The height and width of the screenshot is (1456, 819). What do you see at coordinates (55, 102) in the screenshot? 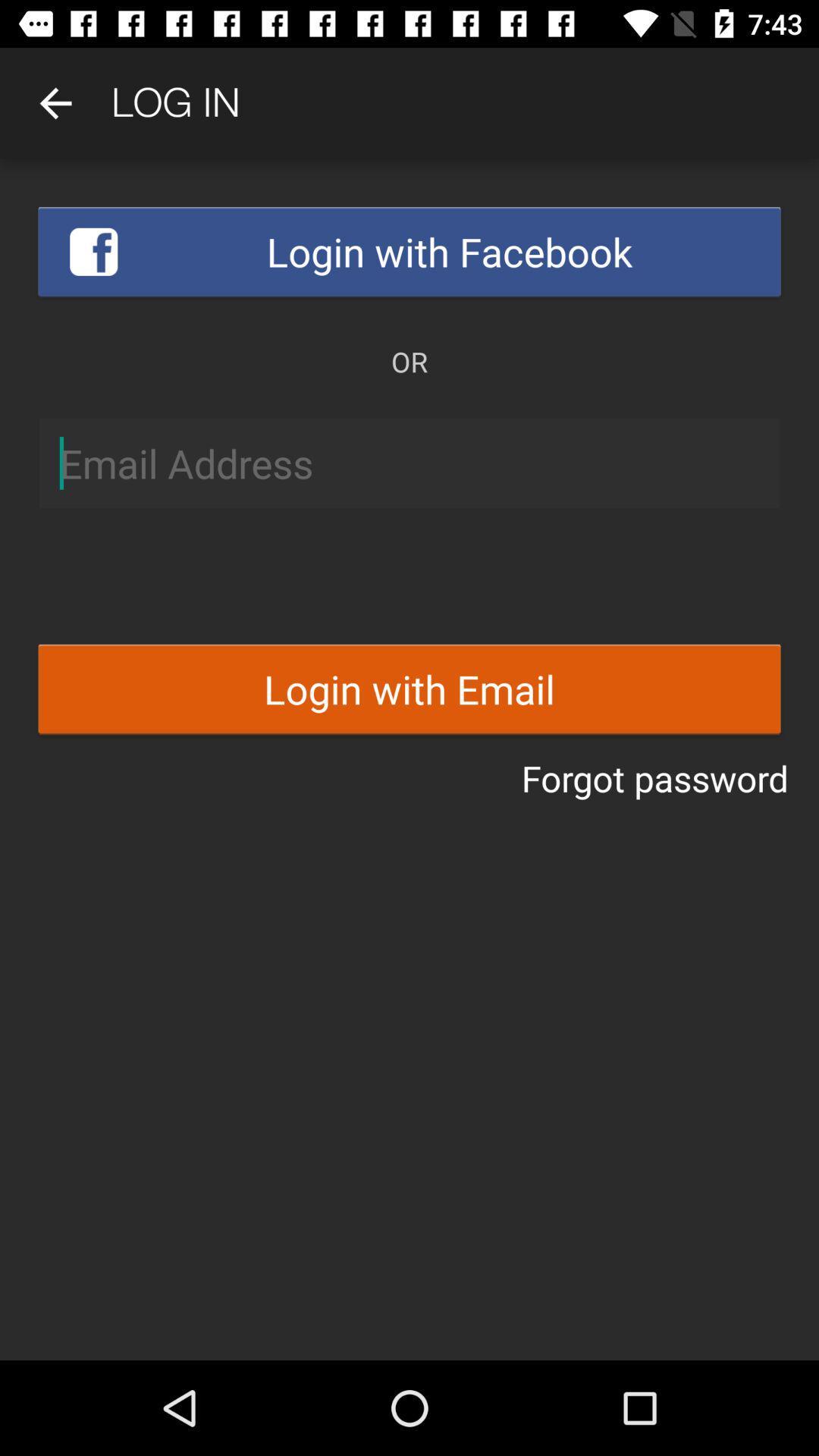
I see `item next to the log in icon` at bounding box center [55, 102].